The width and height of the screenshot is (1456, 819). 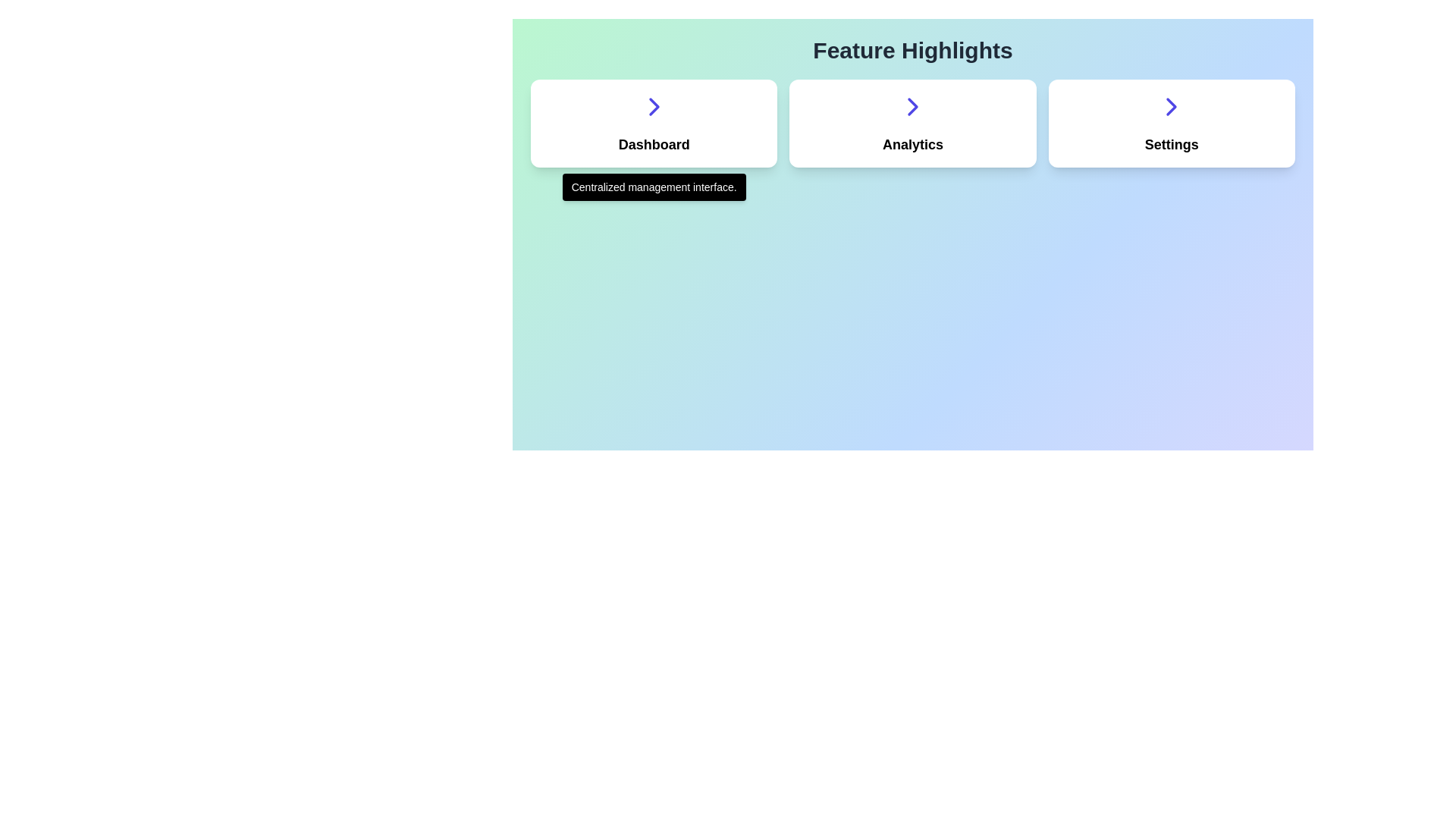 What do you see at coordinates (912, 106) in the screenshot?
I see `the chevron icon located in the center of the 'Analytics' card, which serves as a navigation indicator for accessing detailed information` at bounding box center [912, 106].